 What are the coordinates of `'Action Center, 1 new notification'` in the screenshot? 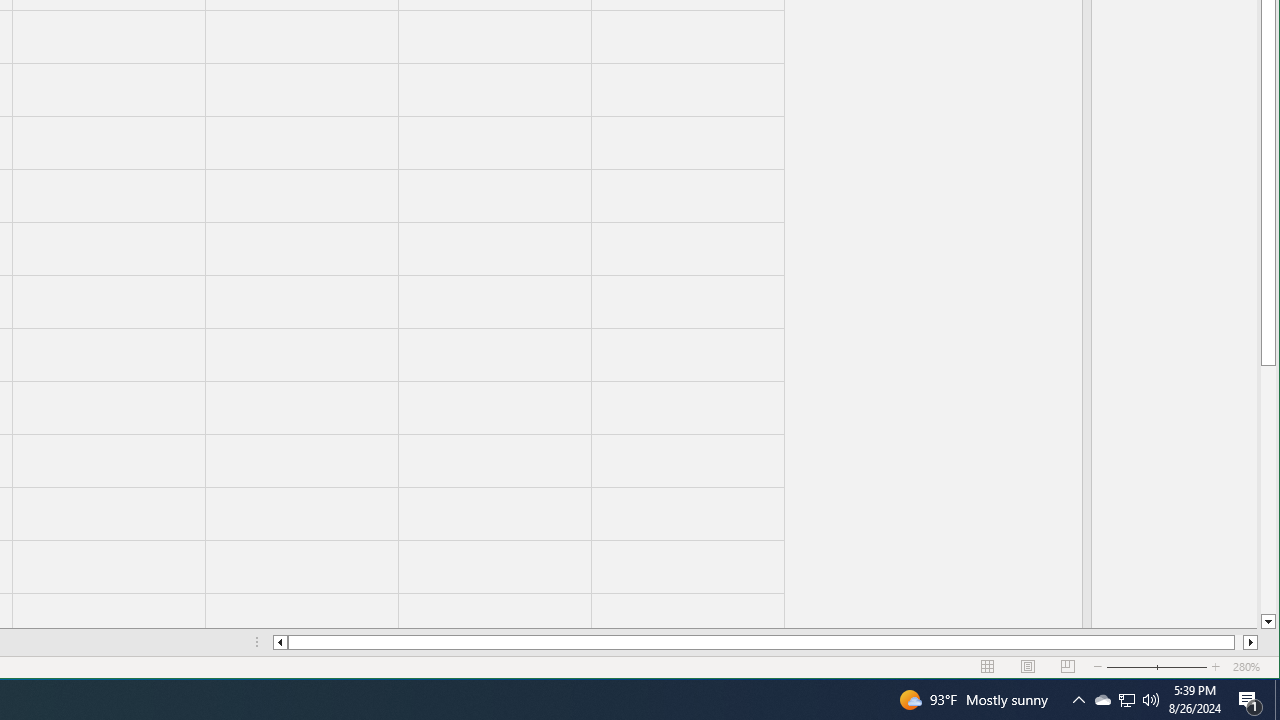 It's located at (1250, 698).